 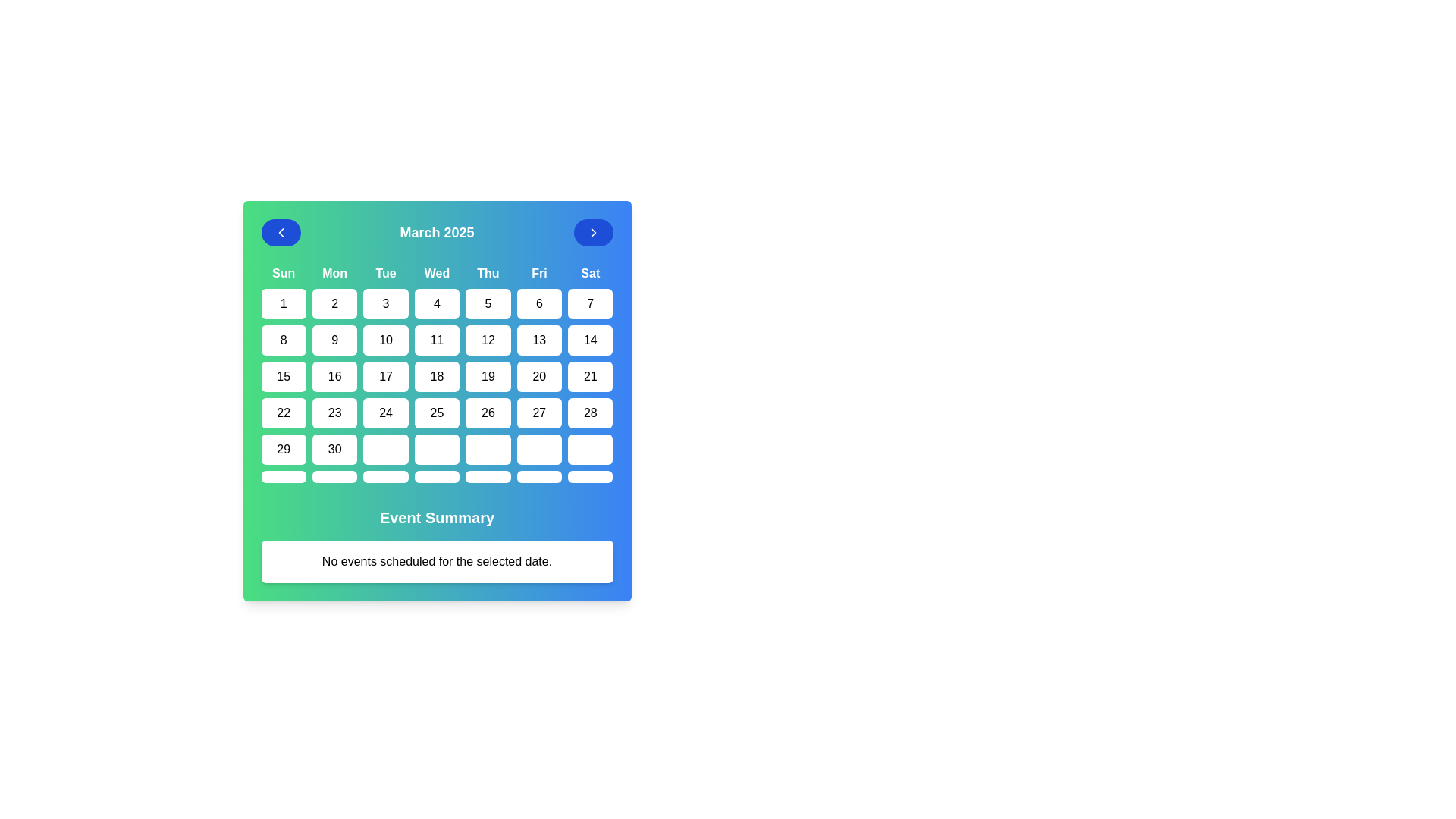 What do you see at coordinates (488, 304) in the screenshot?
I see `the button representing the 5th day in the calendar grid under the 'Thu' column` at bounding box center [488, 304].